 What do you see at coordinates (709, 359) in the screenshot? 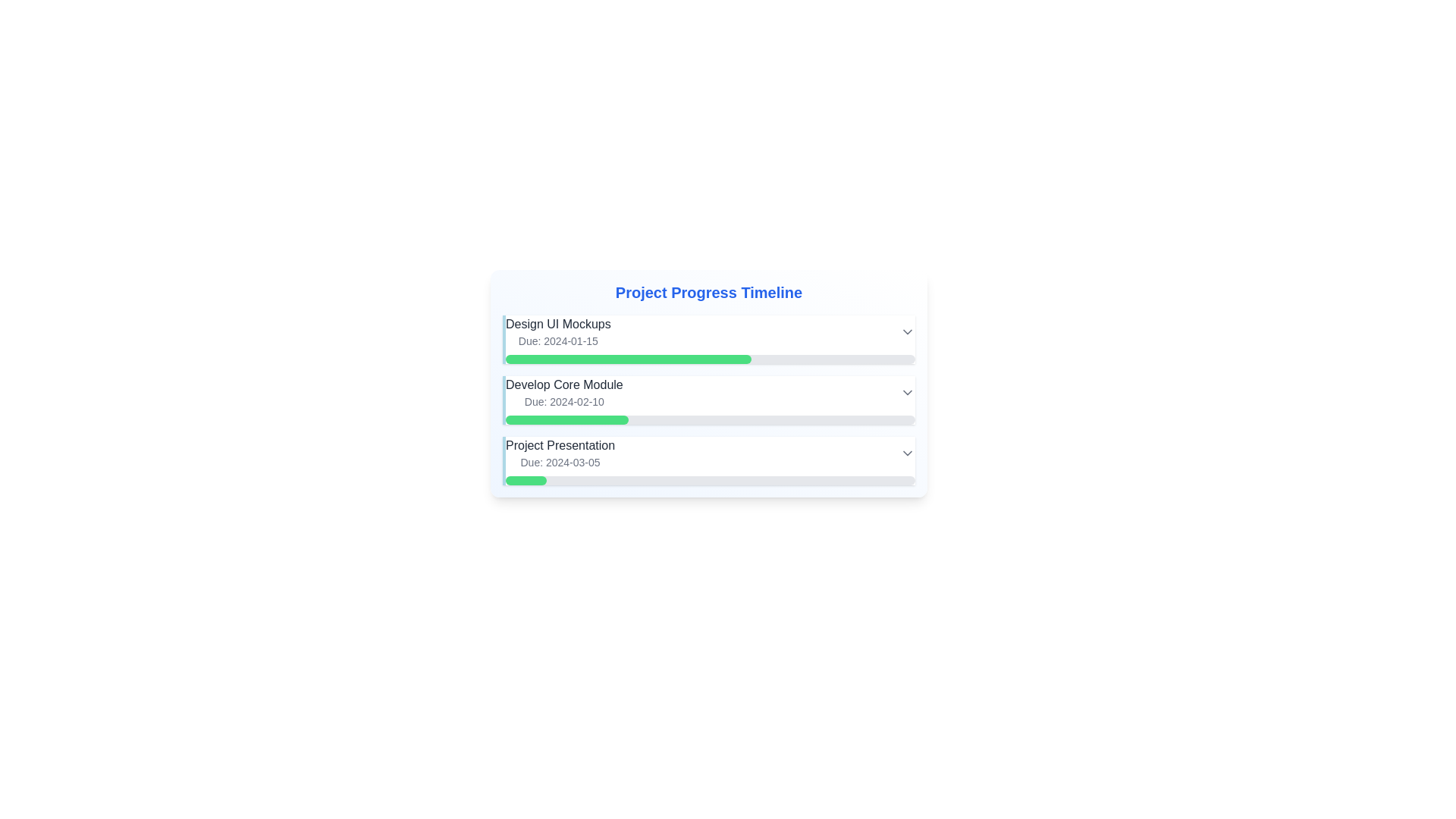
I see `the Progress Bar representing the task 'Design UI Mockups' located below the due date text` at bounding box center [709, 359].